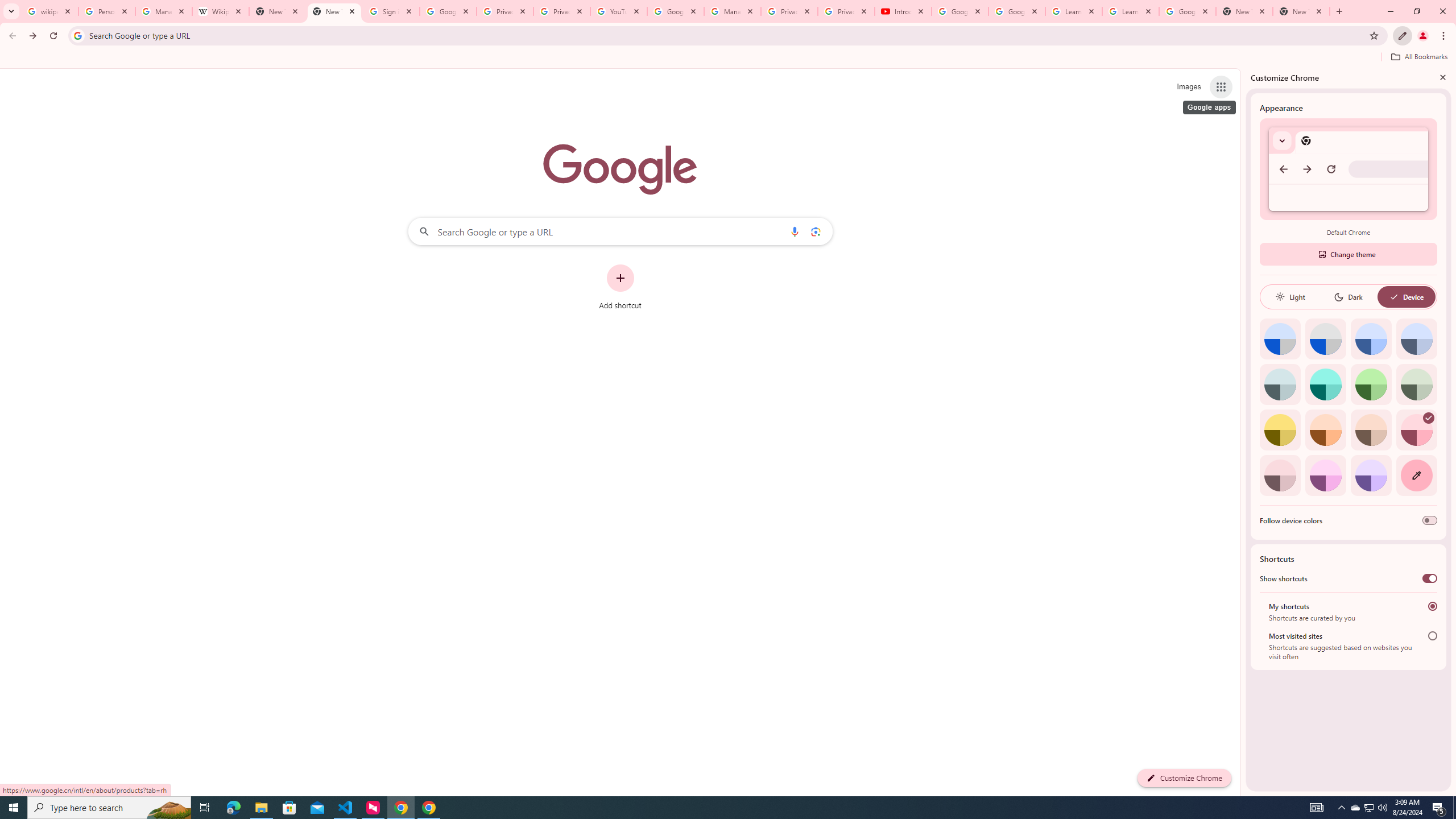 The image size is (1456, 819). I want to click on 'Fuchsia', so click(1325, 475).